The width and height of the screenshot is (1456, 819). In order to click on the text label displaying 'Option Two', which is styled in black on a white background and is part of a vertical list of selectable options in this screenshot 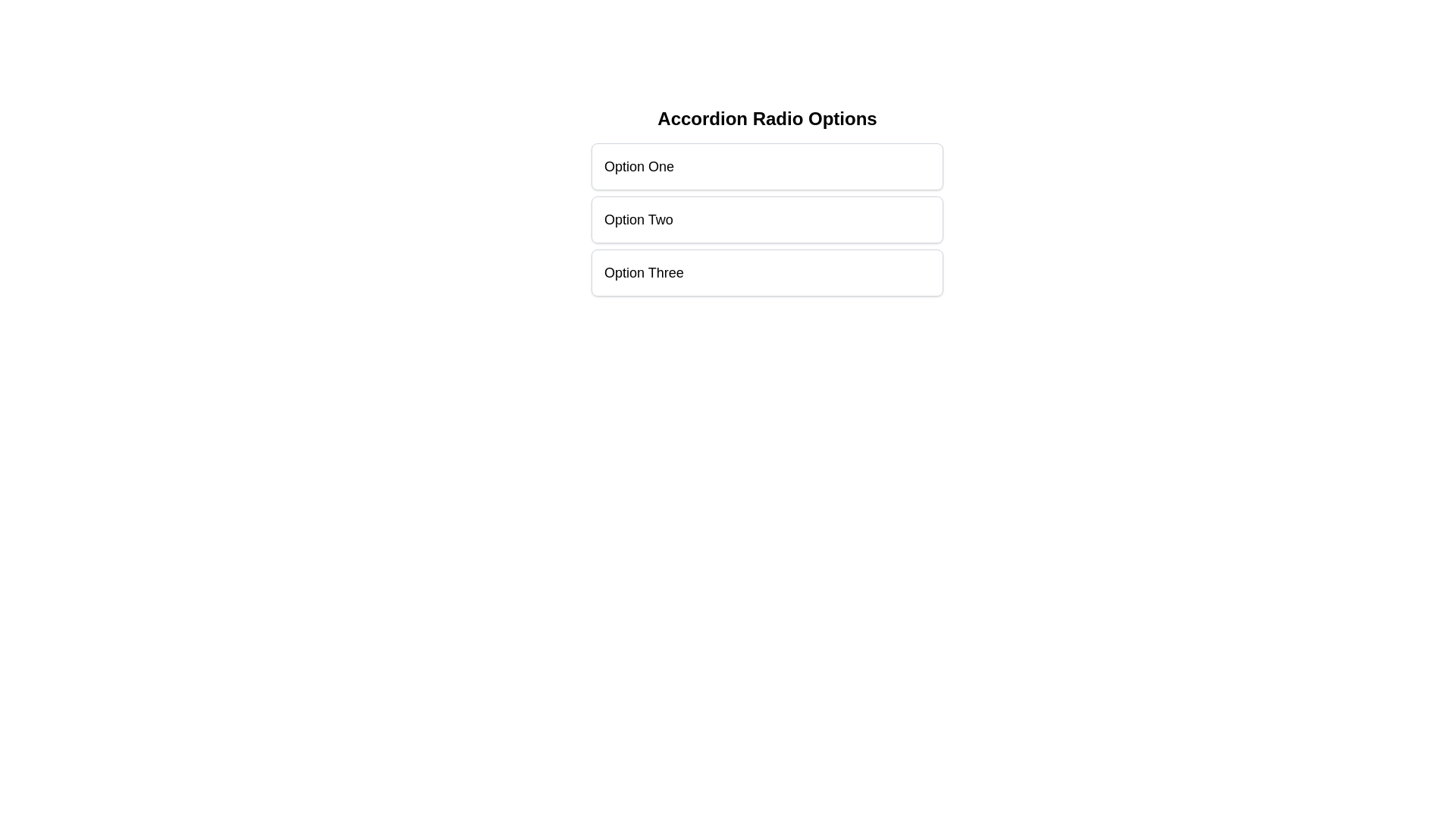, I will do `click(639, 219)`.